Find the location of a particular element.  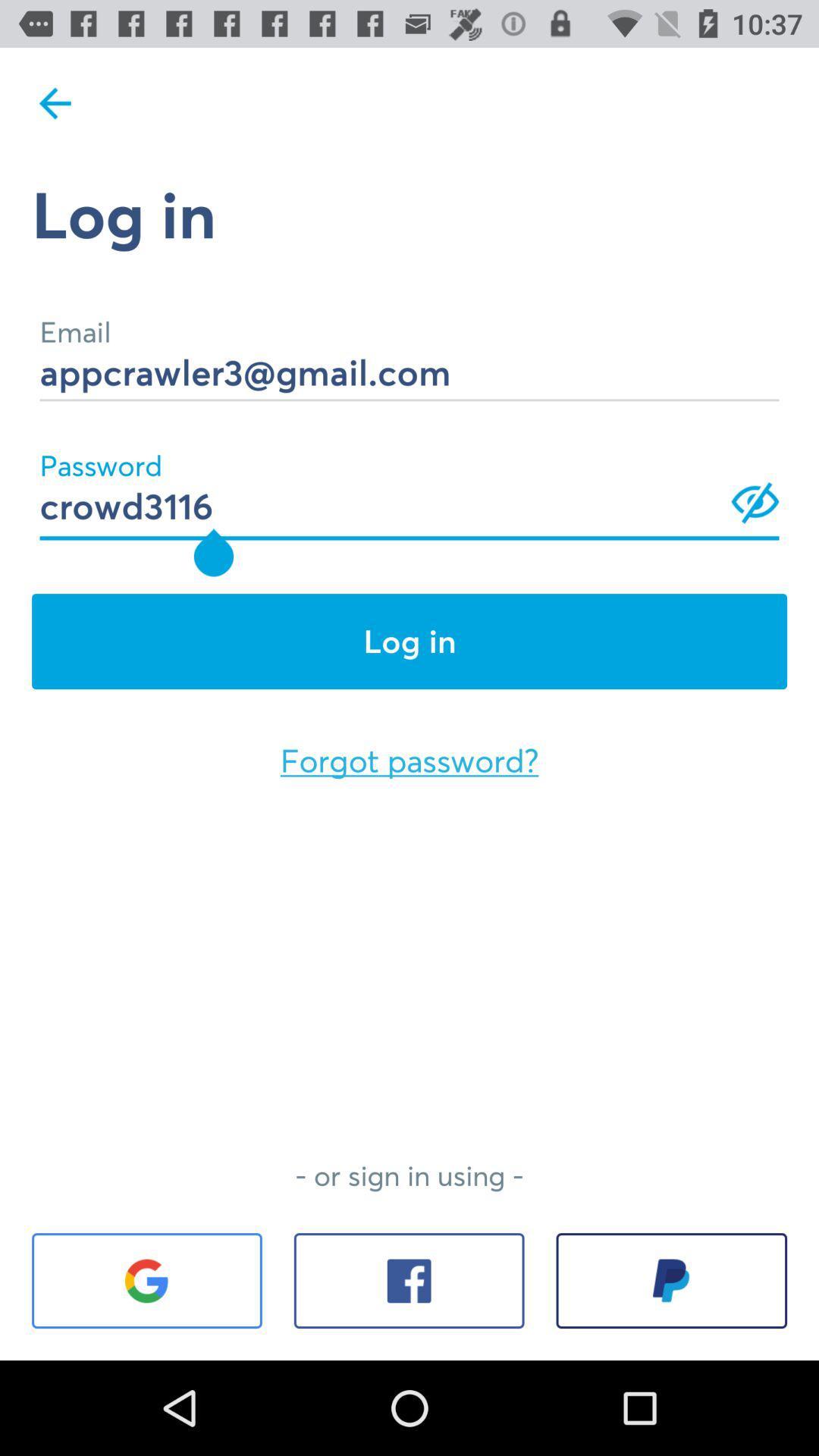

the forgot password? icon is located at coordinates (409, 761).